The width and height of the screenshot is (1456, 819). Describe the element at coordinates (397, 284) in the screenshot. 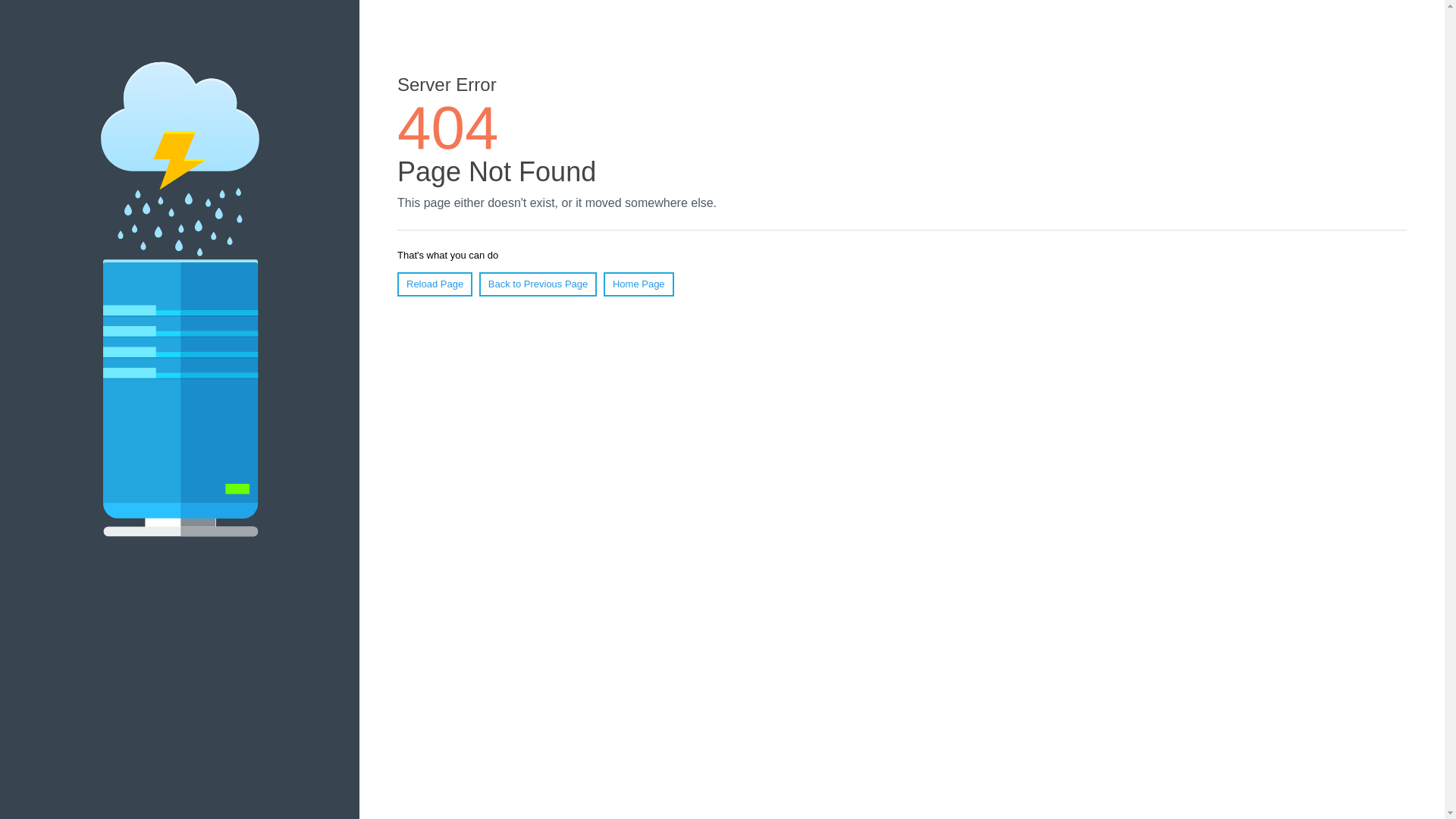

I see `'Reload Page'` at that location.